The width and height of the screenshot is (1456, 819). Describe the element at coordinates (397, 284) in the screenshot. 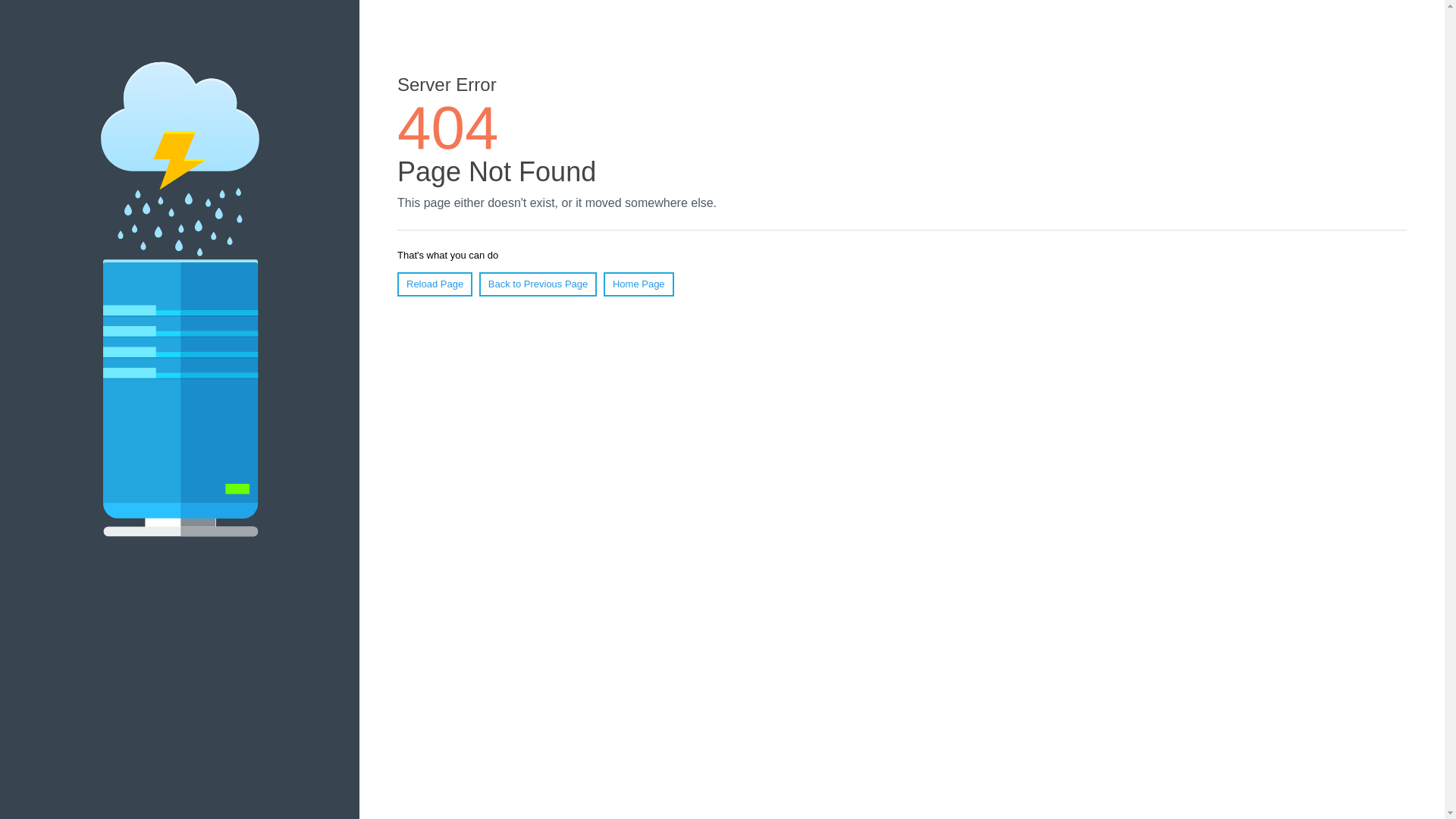

I see `'Reload Page'` at that location.